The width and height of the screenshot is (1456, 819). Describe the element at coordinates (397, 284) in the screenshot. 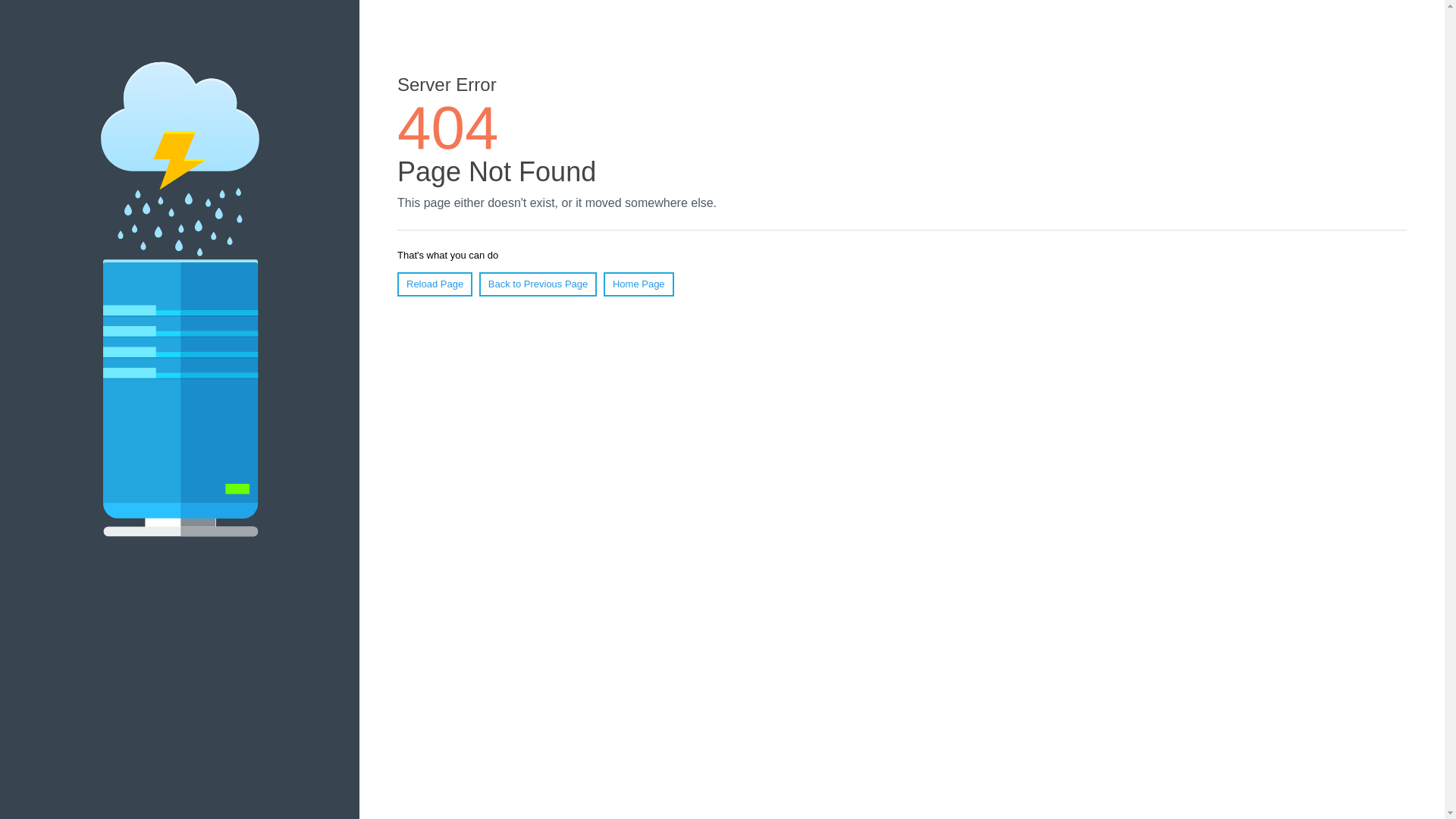

I see `'Reload Page'` at that location.